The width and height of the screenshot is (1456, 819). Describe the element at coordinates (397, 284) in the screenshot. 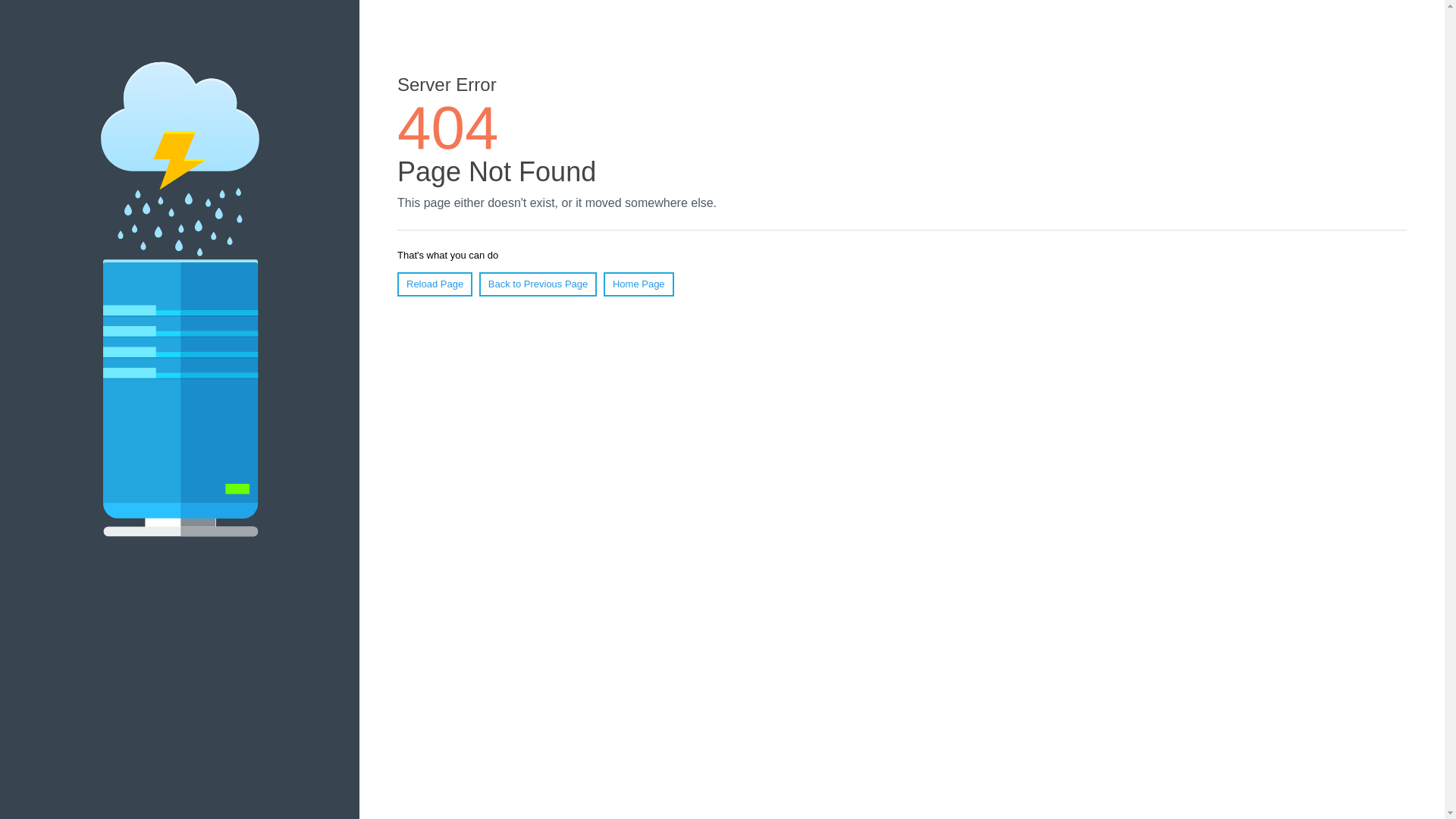

I see `'Reload Page'` at that location.